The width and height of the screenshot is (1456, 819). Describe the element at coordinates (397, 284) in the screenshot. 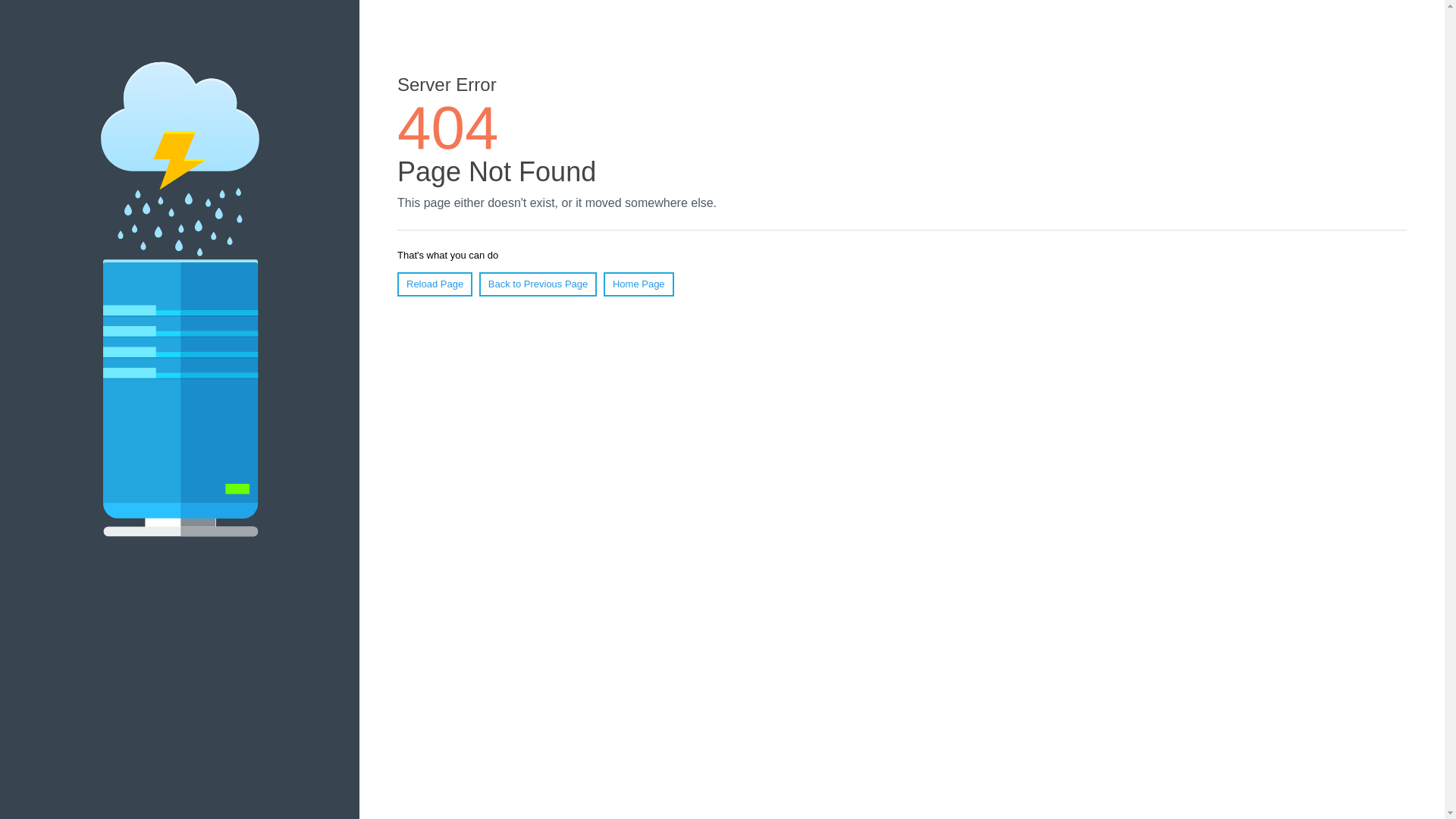

I see `'Reload Page'` at that location.